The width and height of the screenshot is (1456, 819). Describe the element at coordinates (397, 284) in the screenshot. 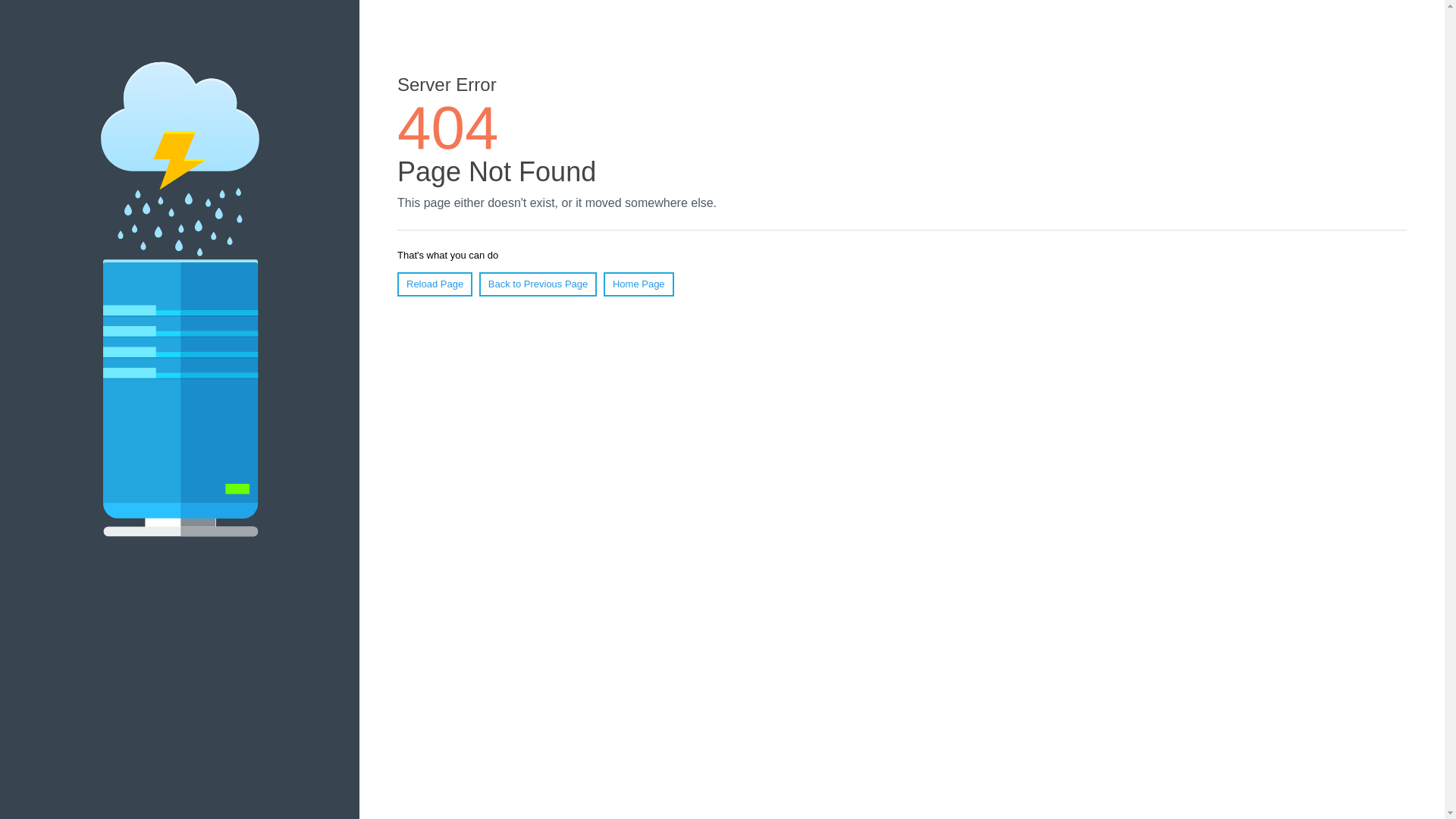

I see `'Reload Page'` at that location.